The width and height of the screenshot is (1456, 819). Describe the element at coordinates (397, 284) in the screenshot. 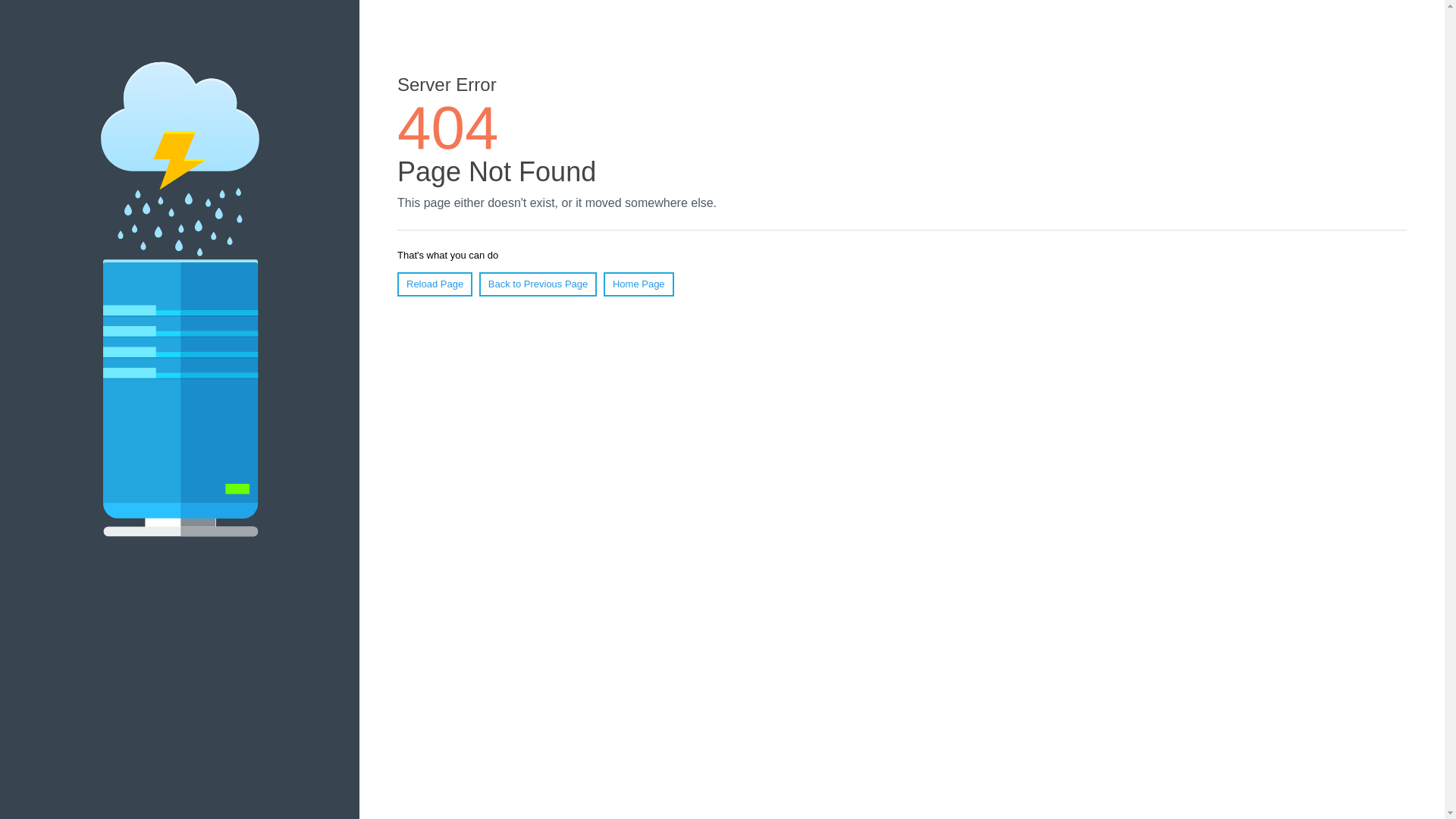

I see `'Reload Page'` at that location.